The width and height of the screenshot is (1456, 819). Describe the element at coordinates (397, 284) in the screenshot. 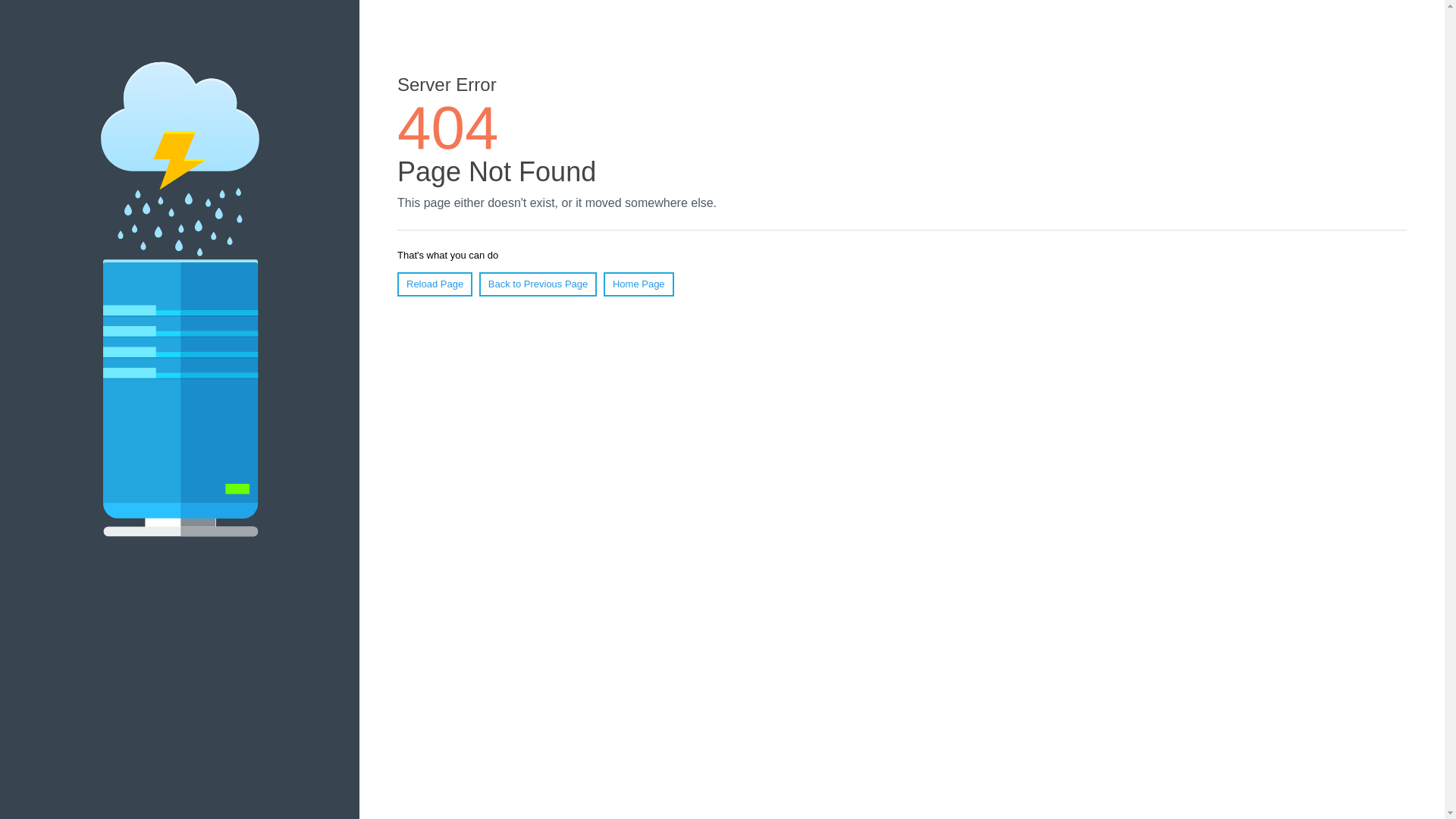

I see `'Reload Page'` at that location.